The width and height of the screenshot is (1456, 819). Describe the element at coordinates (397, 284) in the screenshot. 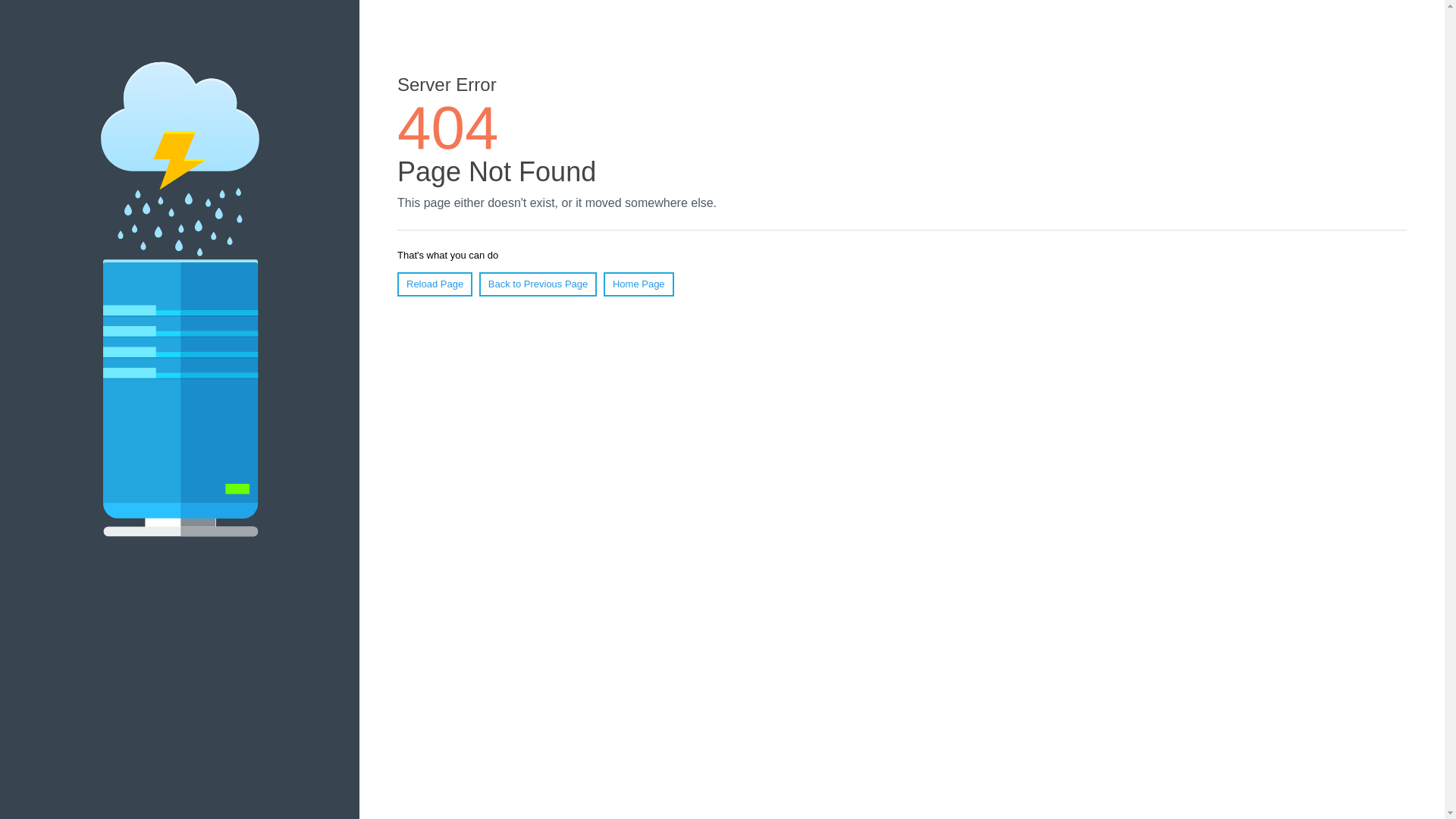

I see `'Reload Page'` at that location.